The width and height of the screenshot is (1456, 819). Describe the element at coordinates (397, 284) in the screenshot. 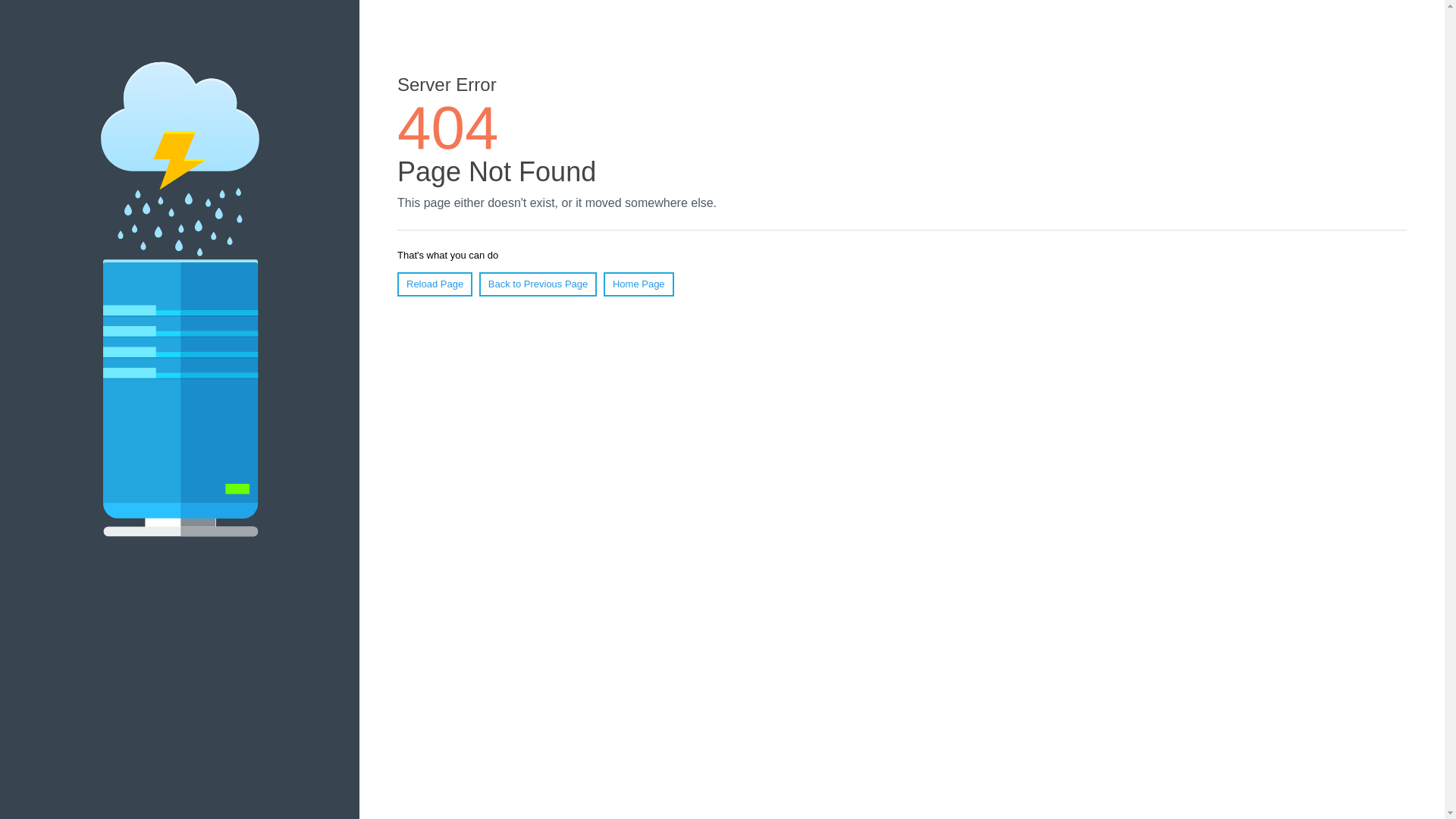

I see `'Reload Page'` at that location.